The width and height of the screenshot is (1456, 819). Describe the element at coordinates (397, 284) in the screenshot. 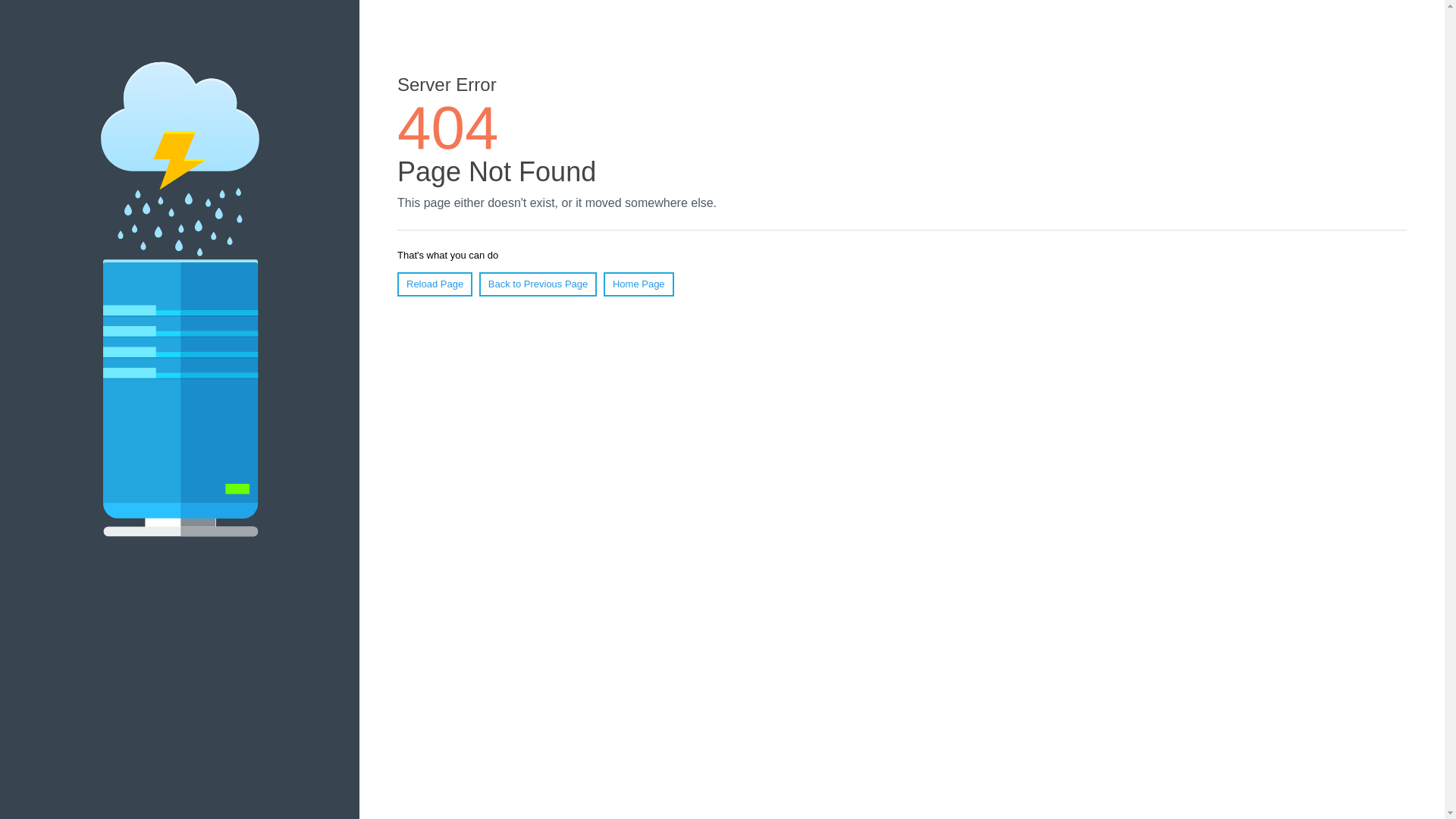

I see `'Reload Page'` at that location.